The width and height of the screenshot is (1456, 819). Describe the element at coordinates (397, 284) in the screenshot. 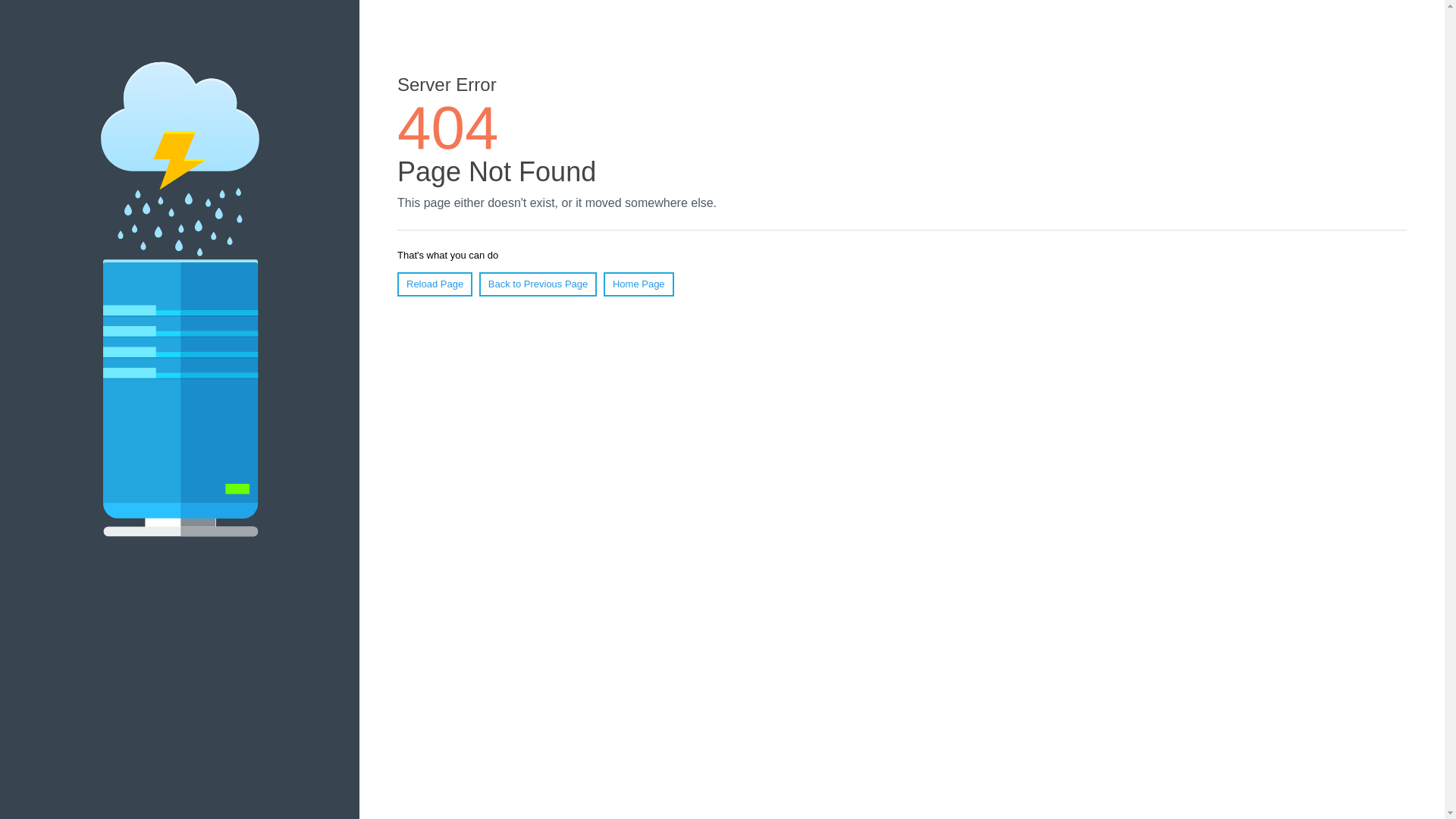

I see `'Reload Page'` at that location.